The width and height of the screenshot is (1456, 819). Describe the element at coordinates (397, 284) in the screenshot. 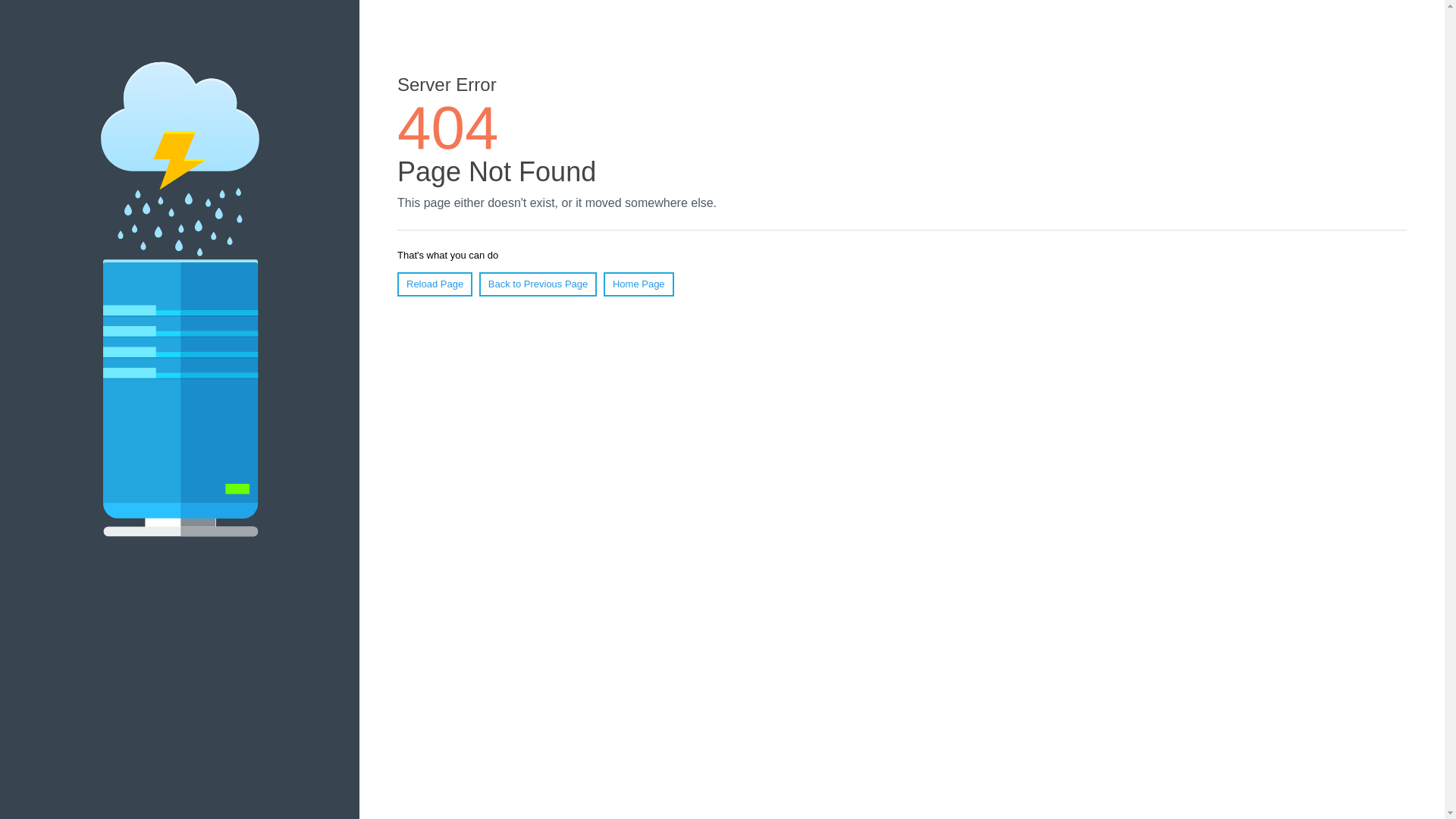

I see `'Reload Page'` at that location.